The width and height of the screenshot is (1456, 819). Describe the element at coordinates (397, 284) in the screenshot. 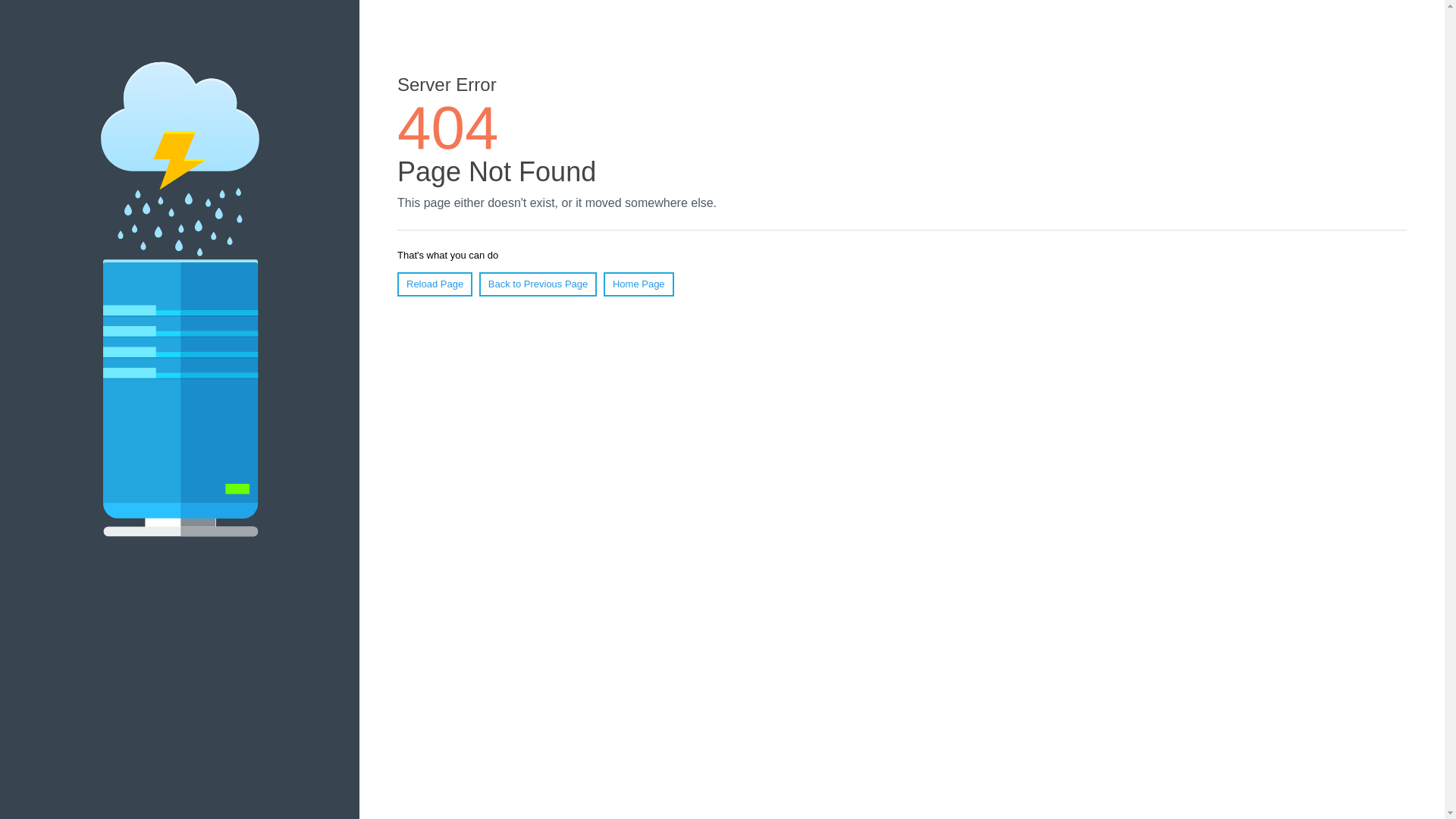

I see `'Reload Page'` at that location.